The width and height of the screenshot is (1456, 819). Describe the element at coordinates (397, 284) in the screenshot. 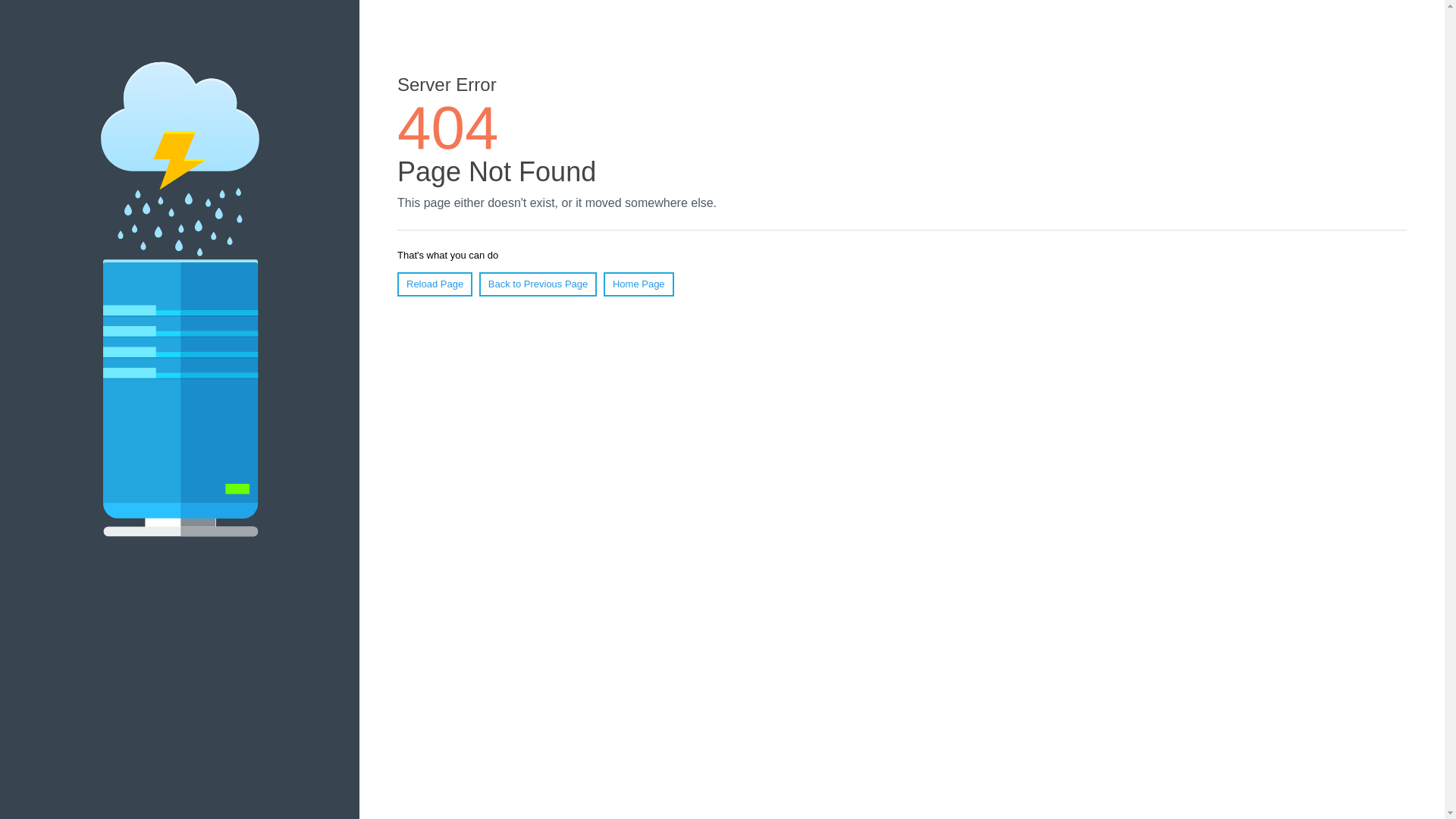

I see `'Reload Page'` at that location.